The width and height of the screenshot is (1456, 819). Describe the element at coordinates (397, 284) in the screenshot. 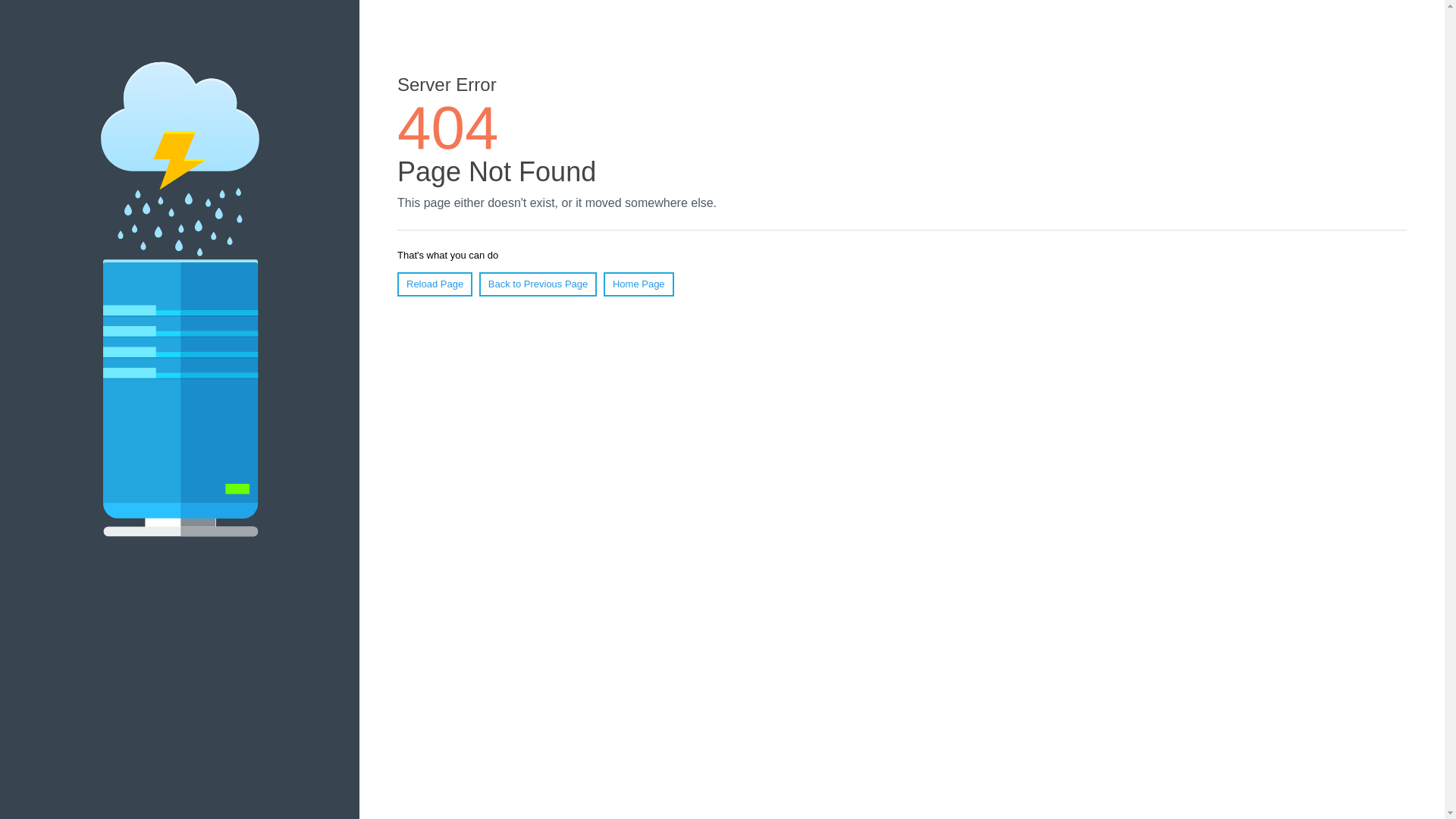

I see `'Reload Page'` at that location.